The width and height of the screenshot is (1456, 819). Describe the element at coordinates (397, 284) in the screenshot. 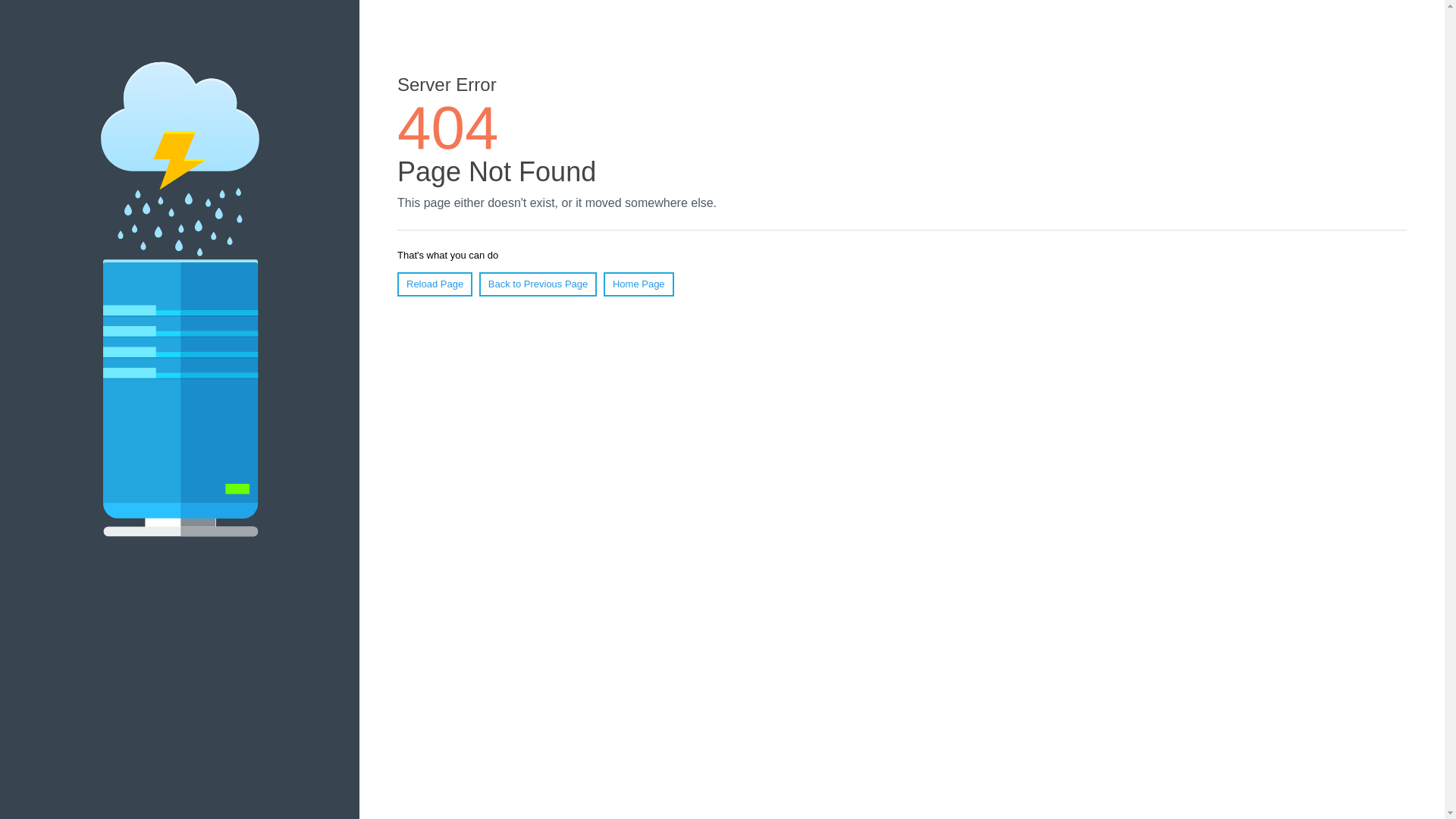

I see `'Reload Page'` at that location.